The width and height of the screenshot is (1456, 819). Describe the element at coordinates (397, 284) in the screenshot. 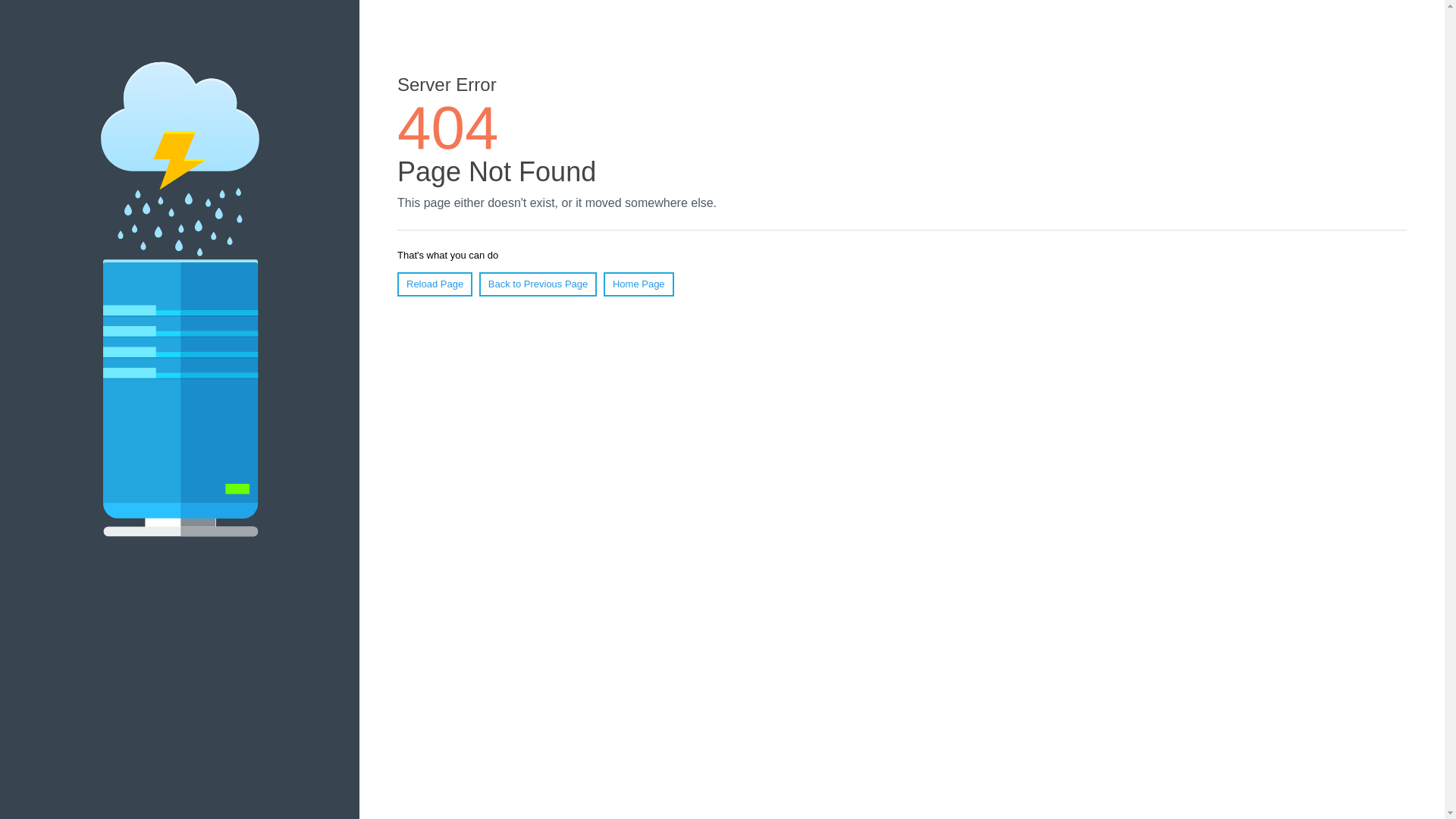

I see `'Reload Page'` at that location.